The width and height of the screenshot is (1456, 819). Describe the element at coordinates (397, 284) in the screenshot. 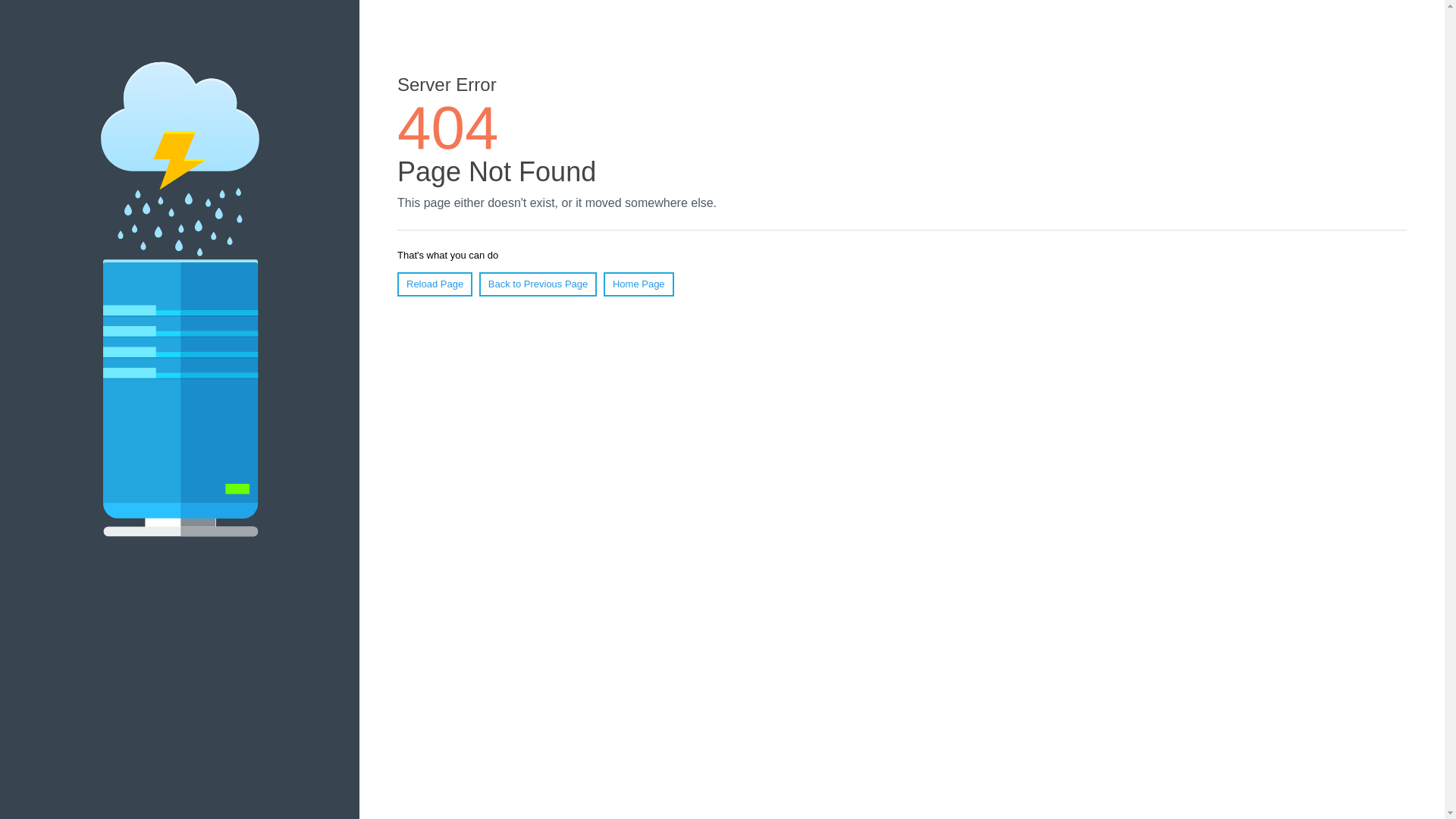

I see `'Reload Page'` at that location.